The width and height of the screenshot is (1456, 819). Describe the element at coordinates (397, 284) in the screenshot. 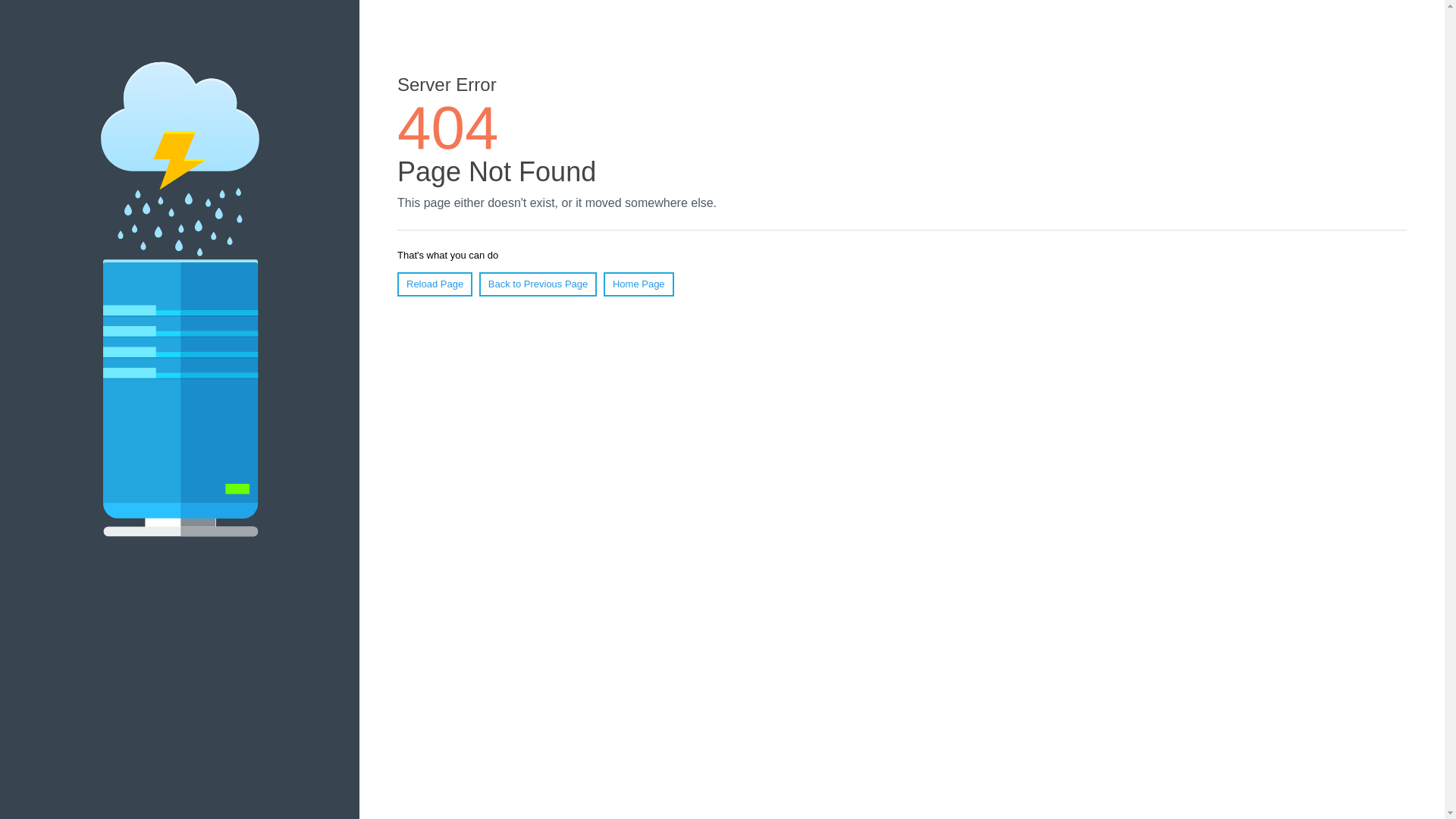

I see `'Reload Page'` at that location.